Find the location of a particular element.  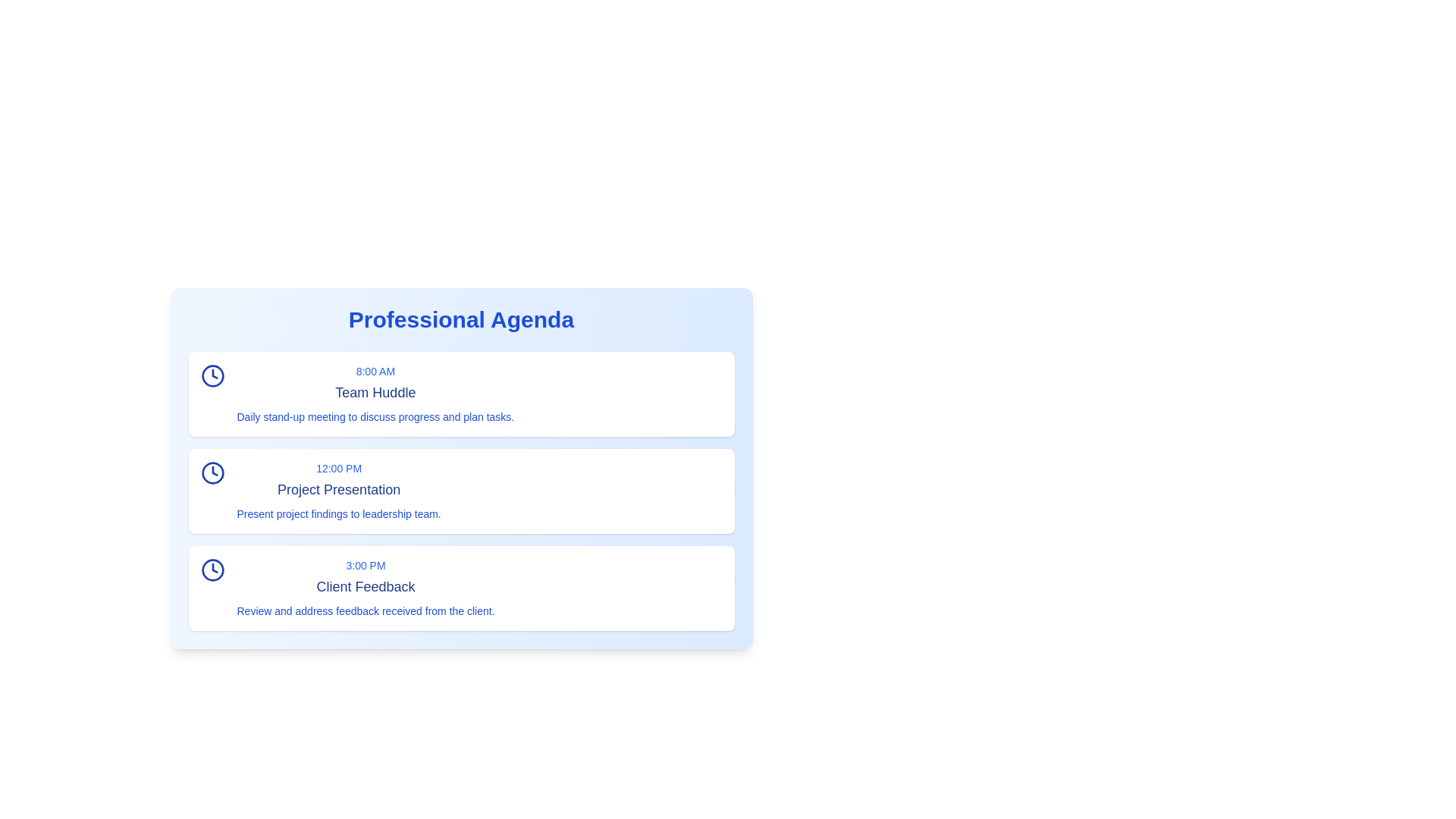

the header or title text element that indicates the content of the agenda item, located below the timestamp '3:00 PM' and above the descriptive text is located at coordinates (366, 586).